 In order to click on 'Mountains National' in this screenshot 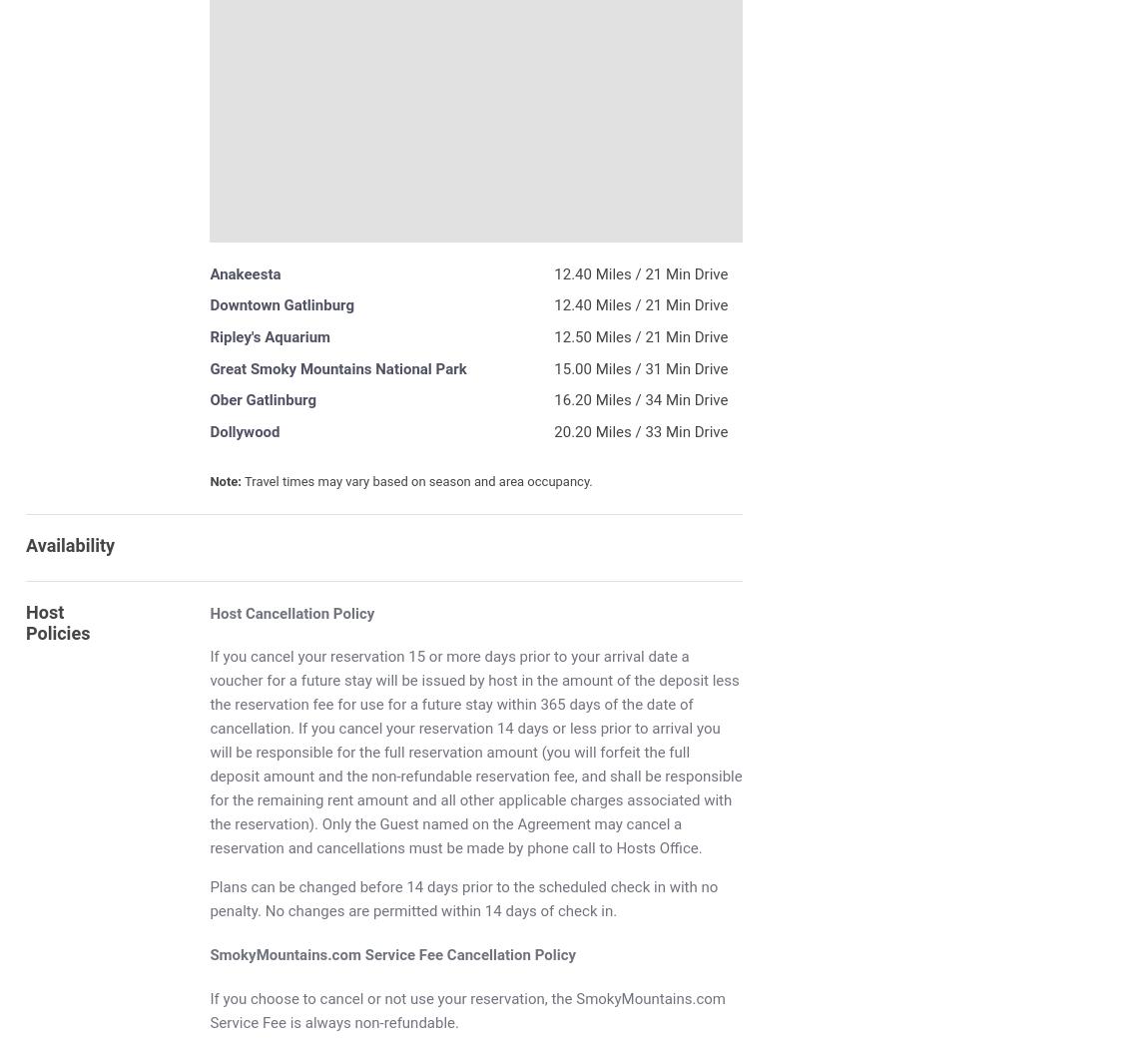, I will do `click(367, 367)`.